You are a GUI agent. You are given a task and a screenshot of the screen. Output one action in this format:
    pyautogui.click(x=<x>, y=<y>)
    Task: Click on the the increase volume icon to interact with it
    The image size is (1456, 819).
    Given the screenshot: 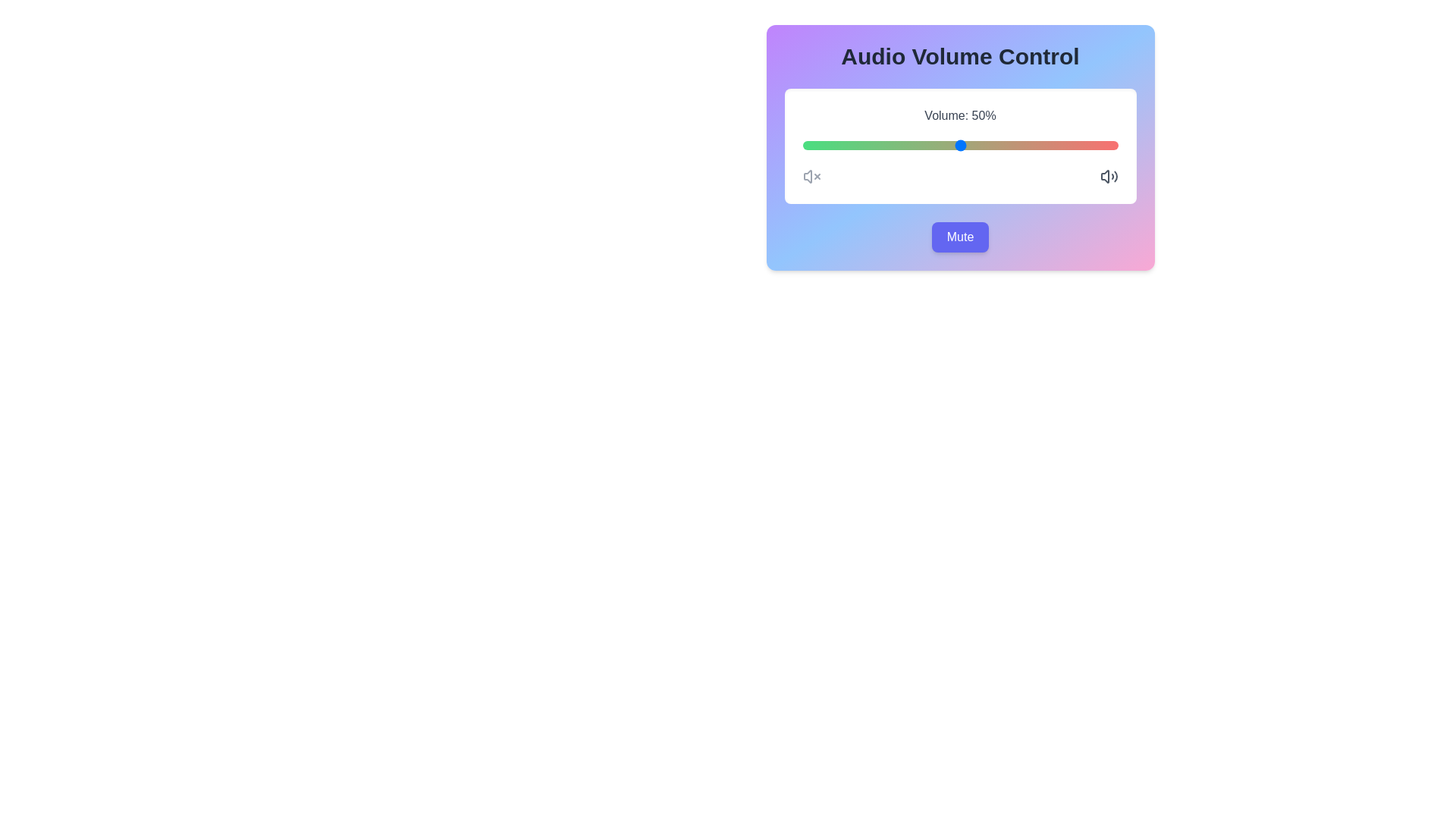 What is the action you would take?
    pyautogui.click(x=1109, y=175)
    